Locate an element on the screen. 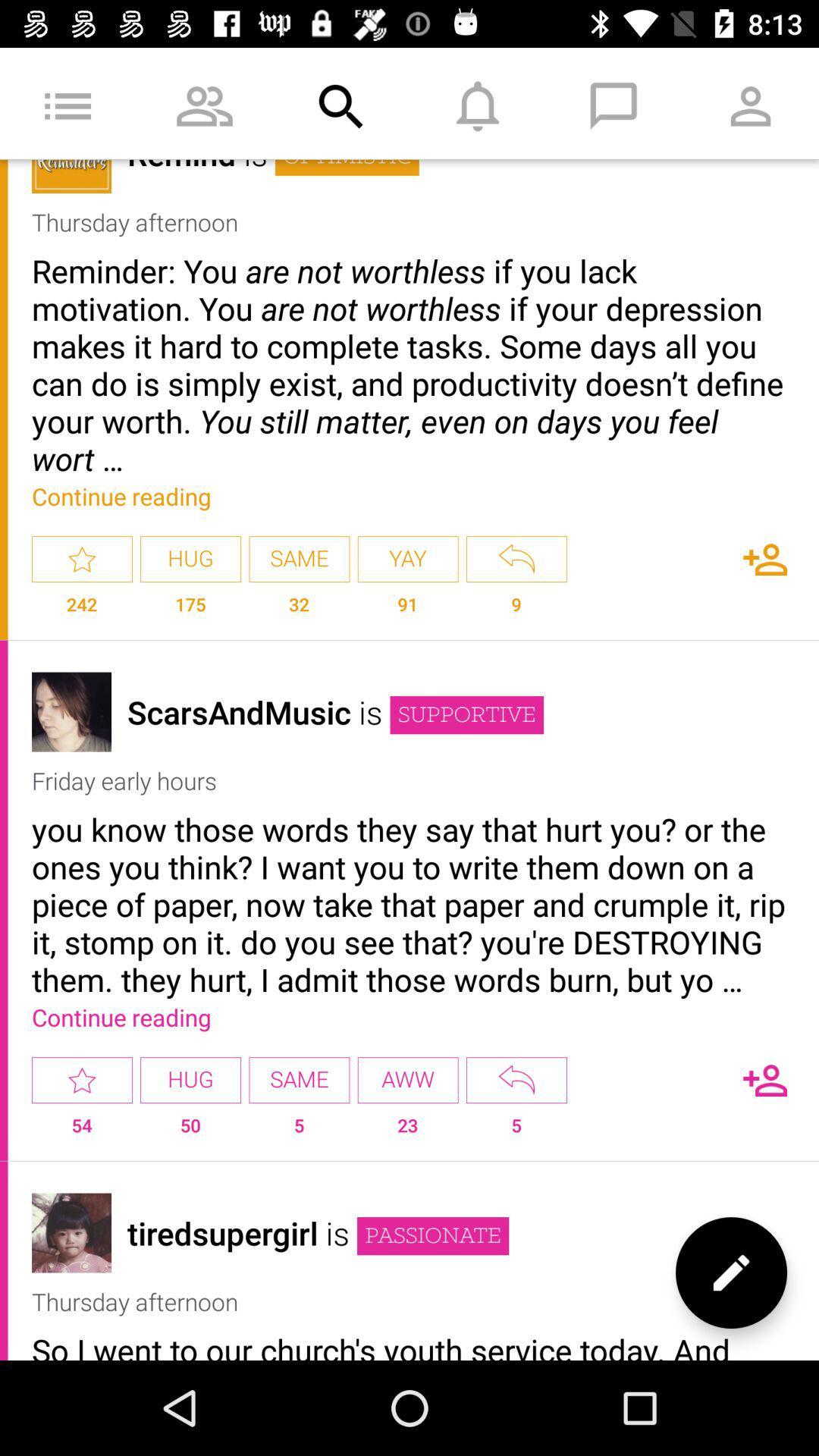 The height and width of the screenshot is (1456, 819). write new message is located at coordinates (730, 1272).